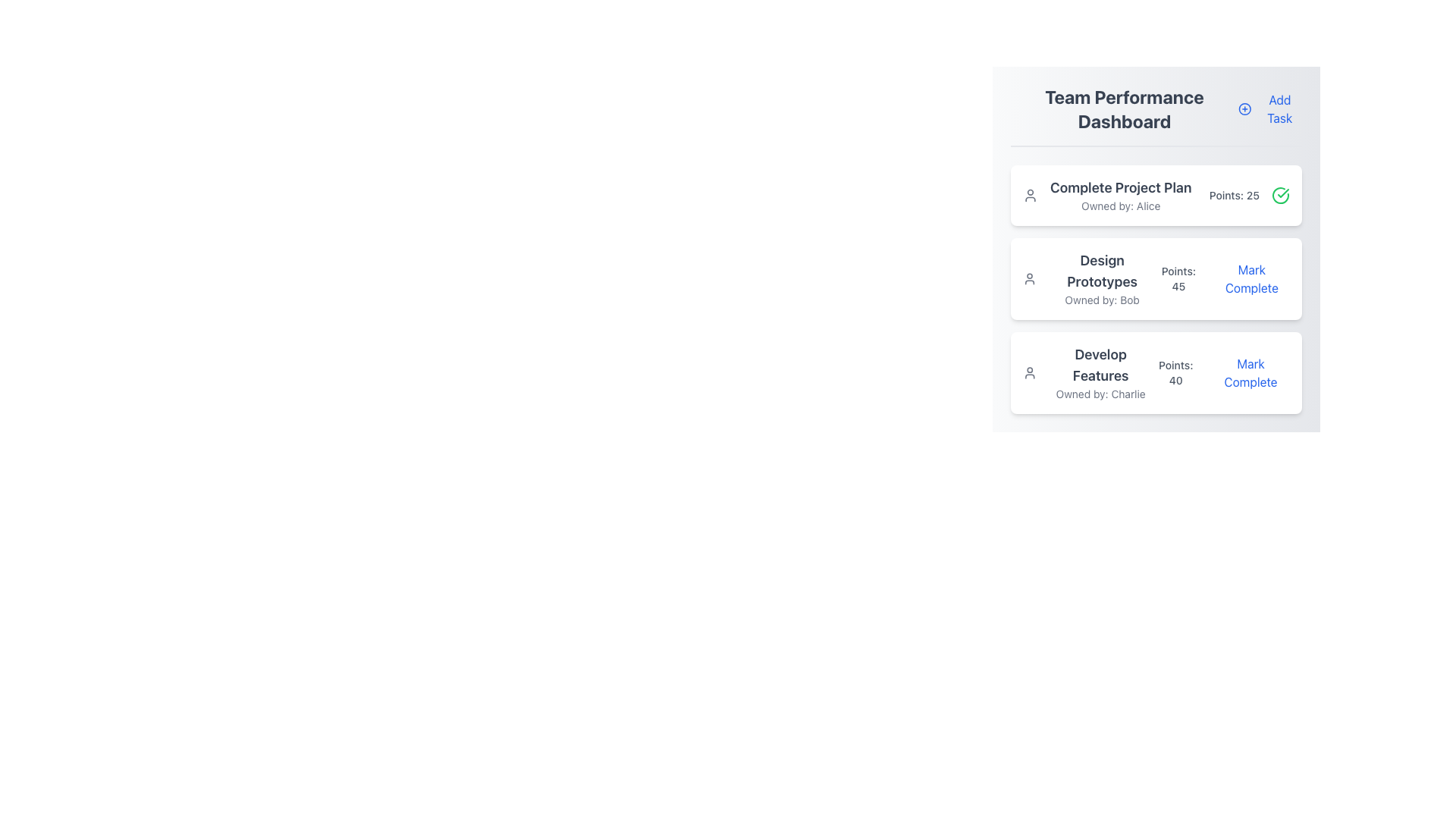  What do you see at coordinates (1107, 195) in the screenshot?
I see `the primary text content element representing a task or project in the first card of the Team Performance Dashboard interface, which displays its title and owner information` at bounding box center [1107, 195].